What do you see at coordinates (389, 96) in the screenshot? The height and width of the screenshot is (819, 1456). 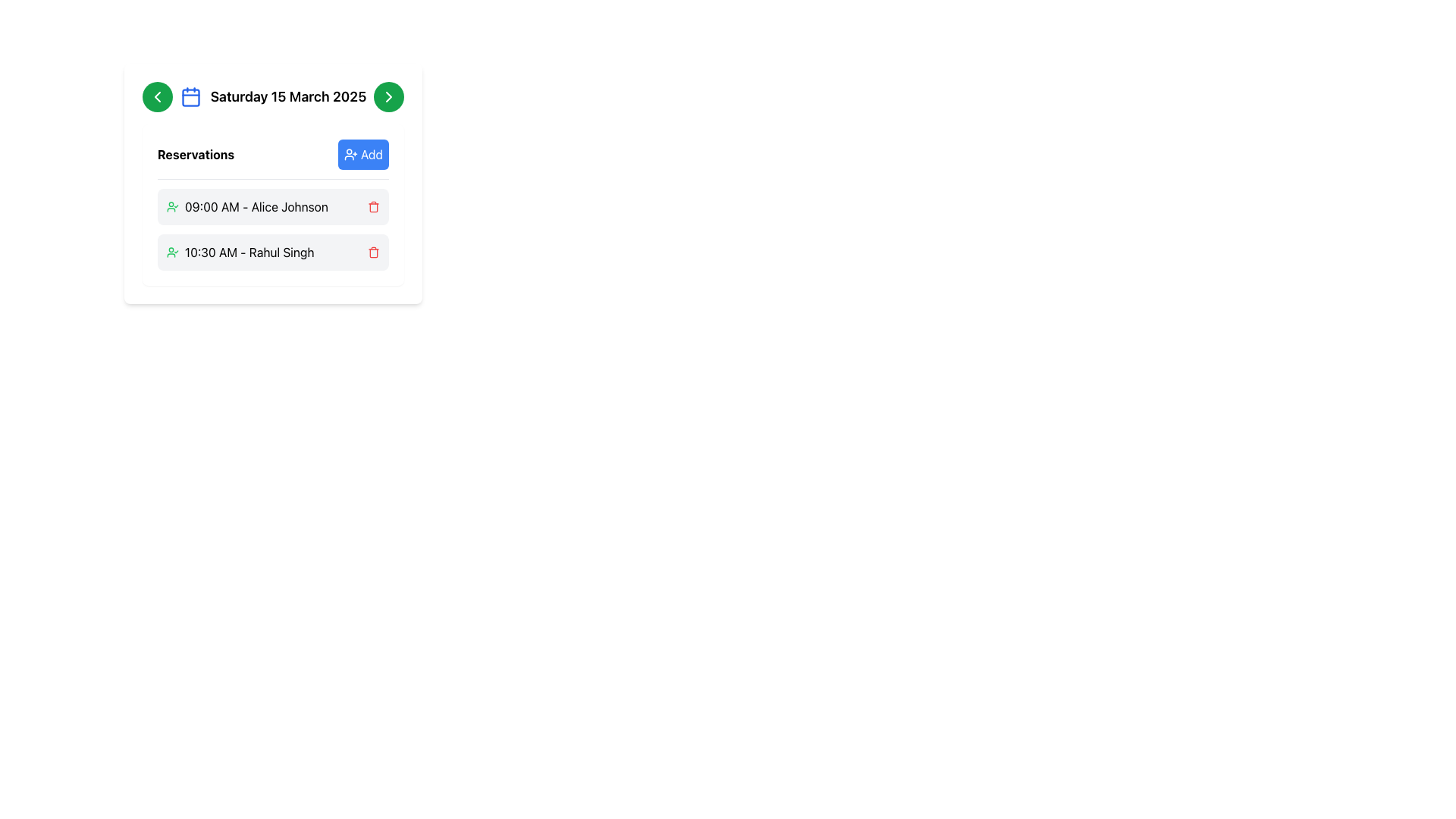 I see `the chevron arrow SVG graphic located at the rightmost position in the header area of the reservation interface` at bounding box center [389, 96].